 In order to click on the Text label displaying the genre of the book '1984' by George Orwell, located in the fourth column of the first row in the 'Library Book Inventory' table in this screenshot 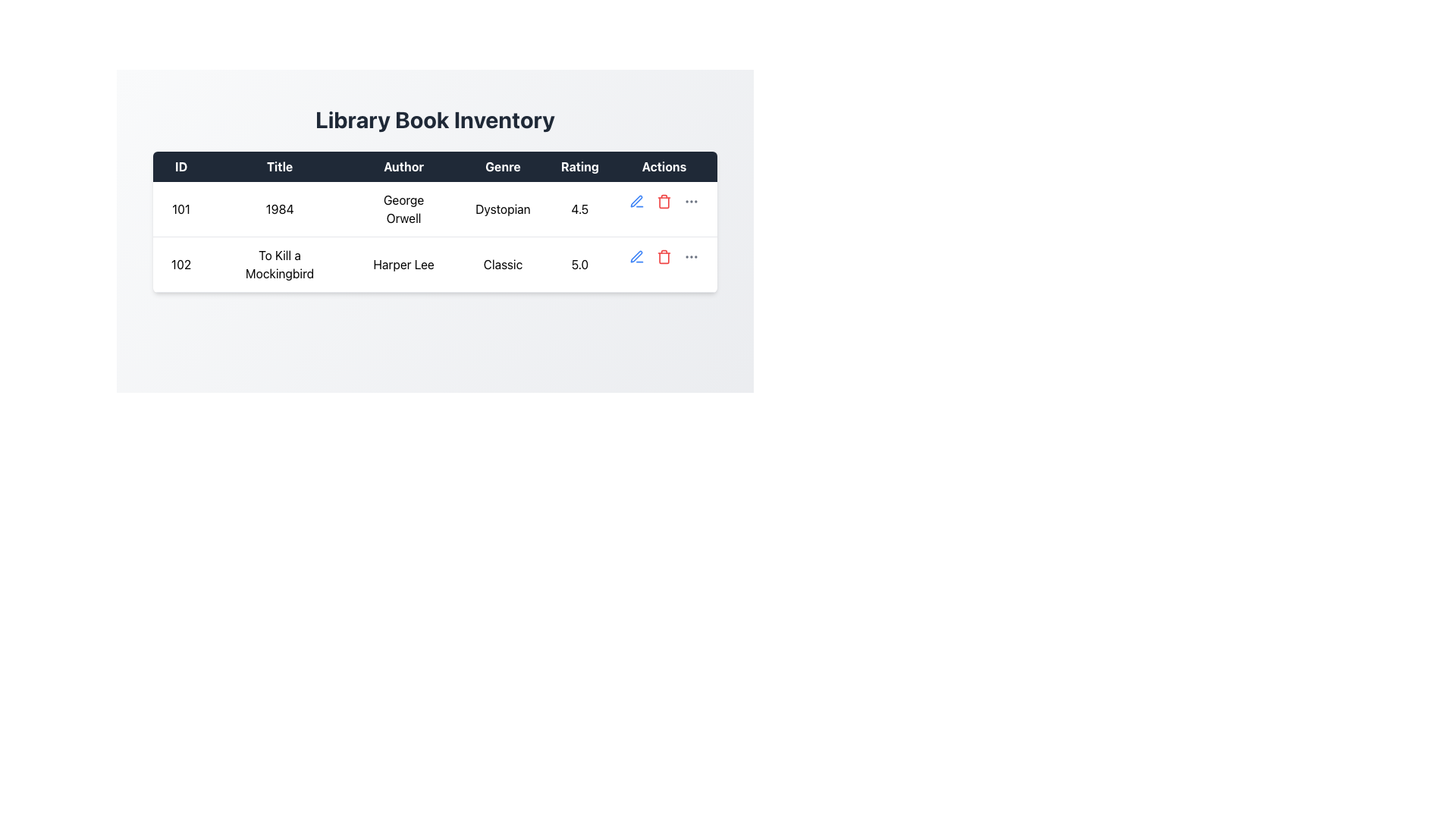, I will do `click(503, 209)`.